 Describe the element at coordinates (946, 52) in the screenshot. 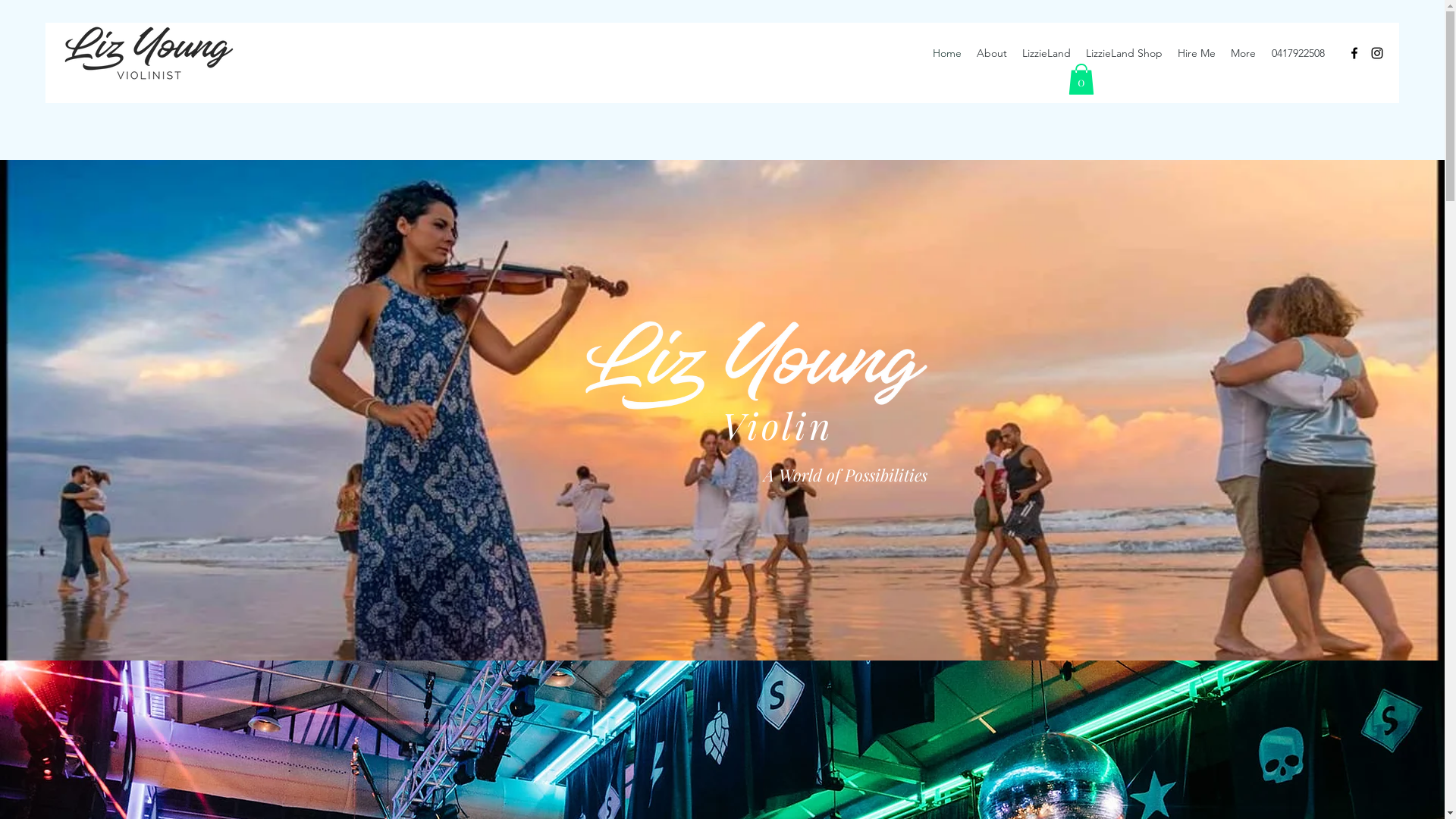

I see `'Home'` at that location.